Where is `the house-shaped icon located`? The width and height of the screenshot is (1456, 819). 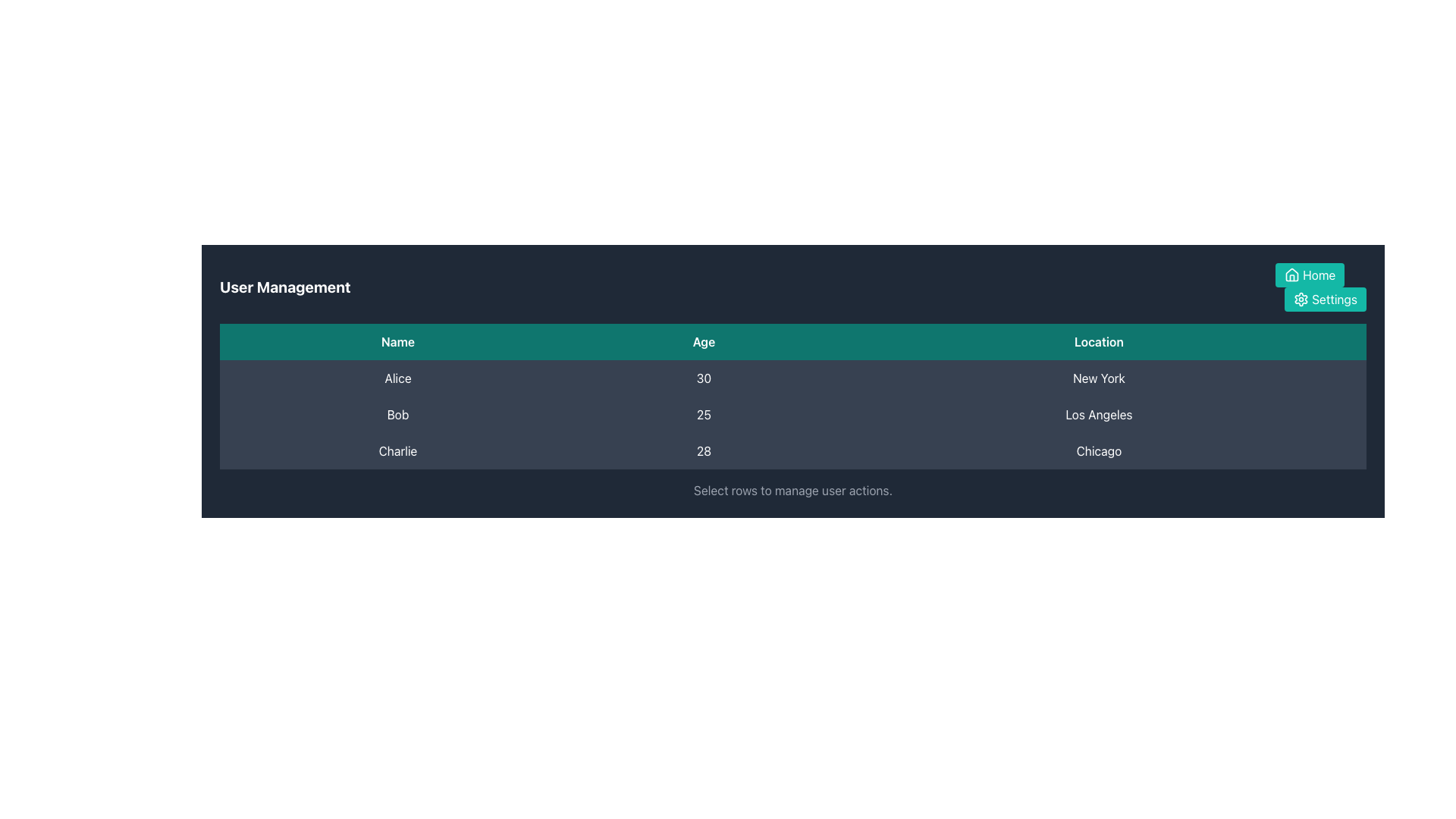
the house-shaped icon located is located at coordinates (1291, 275).